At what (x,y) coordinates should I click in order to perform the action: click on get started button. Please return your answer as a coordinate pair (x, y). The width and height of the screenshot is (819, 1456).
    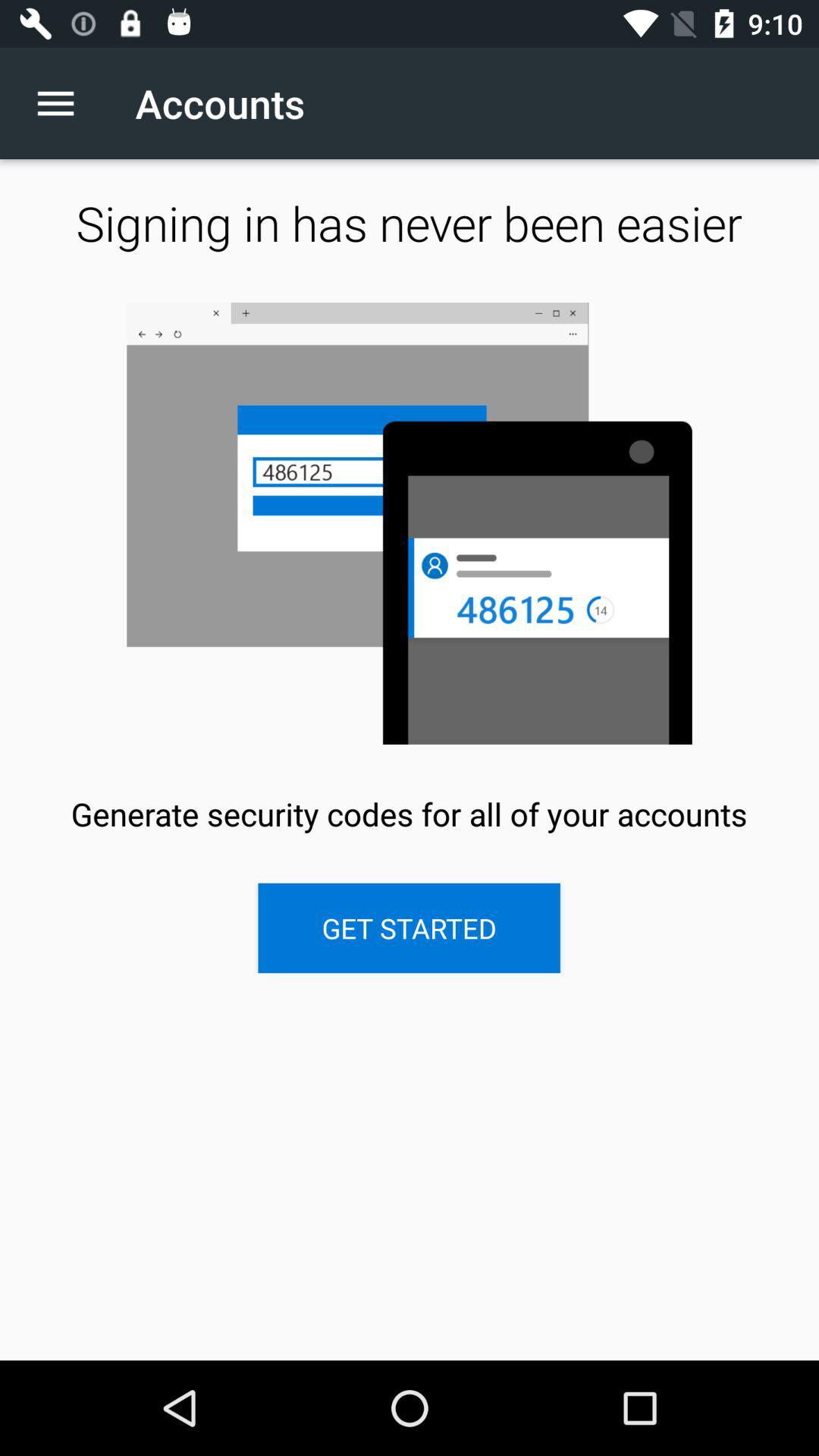
    Looking at the image, I should click on (408, 927).